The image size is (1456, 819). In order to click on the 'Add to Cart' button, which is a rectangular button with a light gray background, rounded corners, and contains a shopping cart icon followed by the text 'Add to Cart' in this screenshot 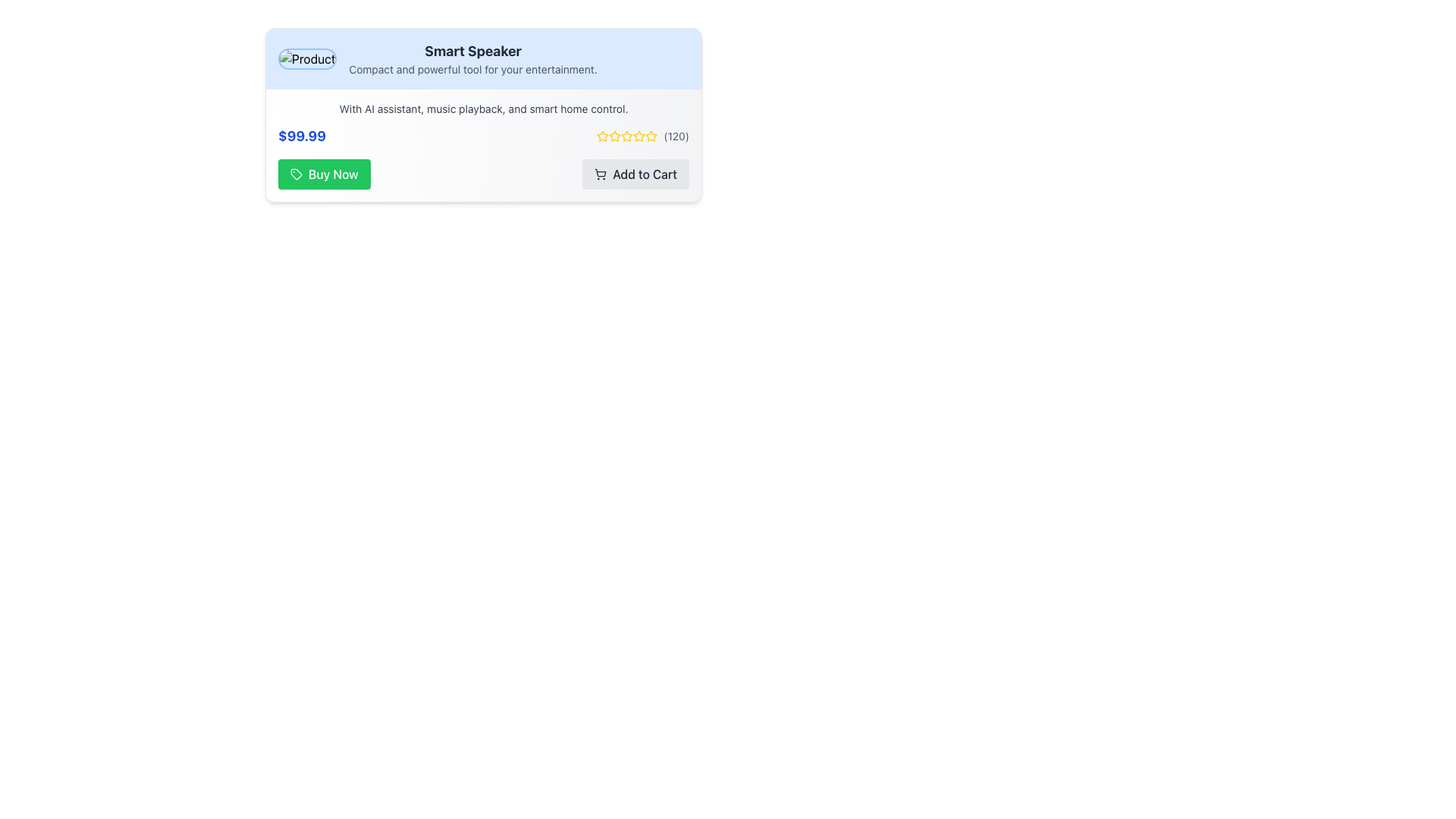, I will do `click(635, 174)`.